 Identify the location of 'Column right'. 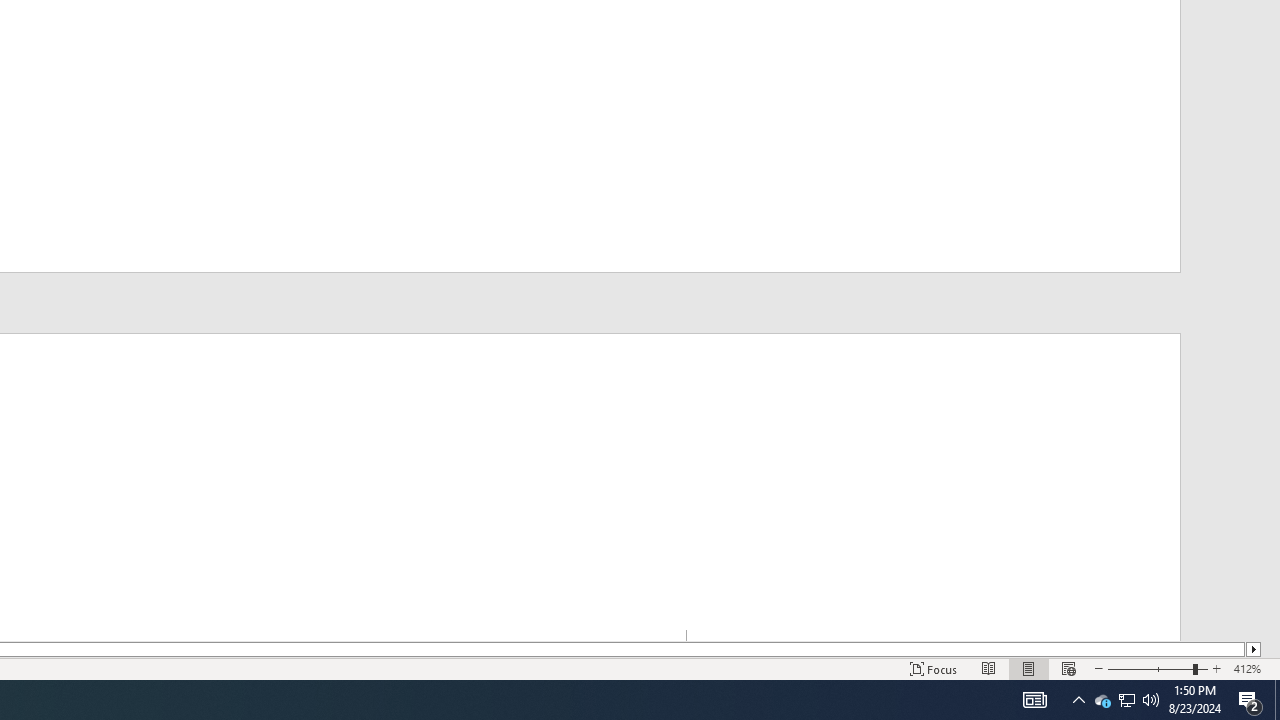
(1253, 649).